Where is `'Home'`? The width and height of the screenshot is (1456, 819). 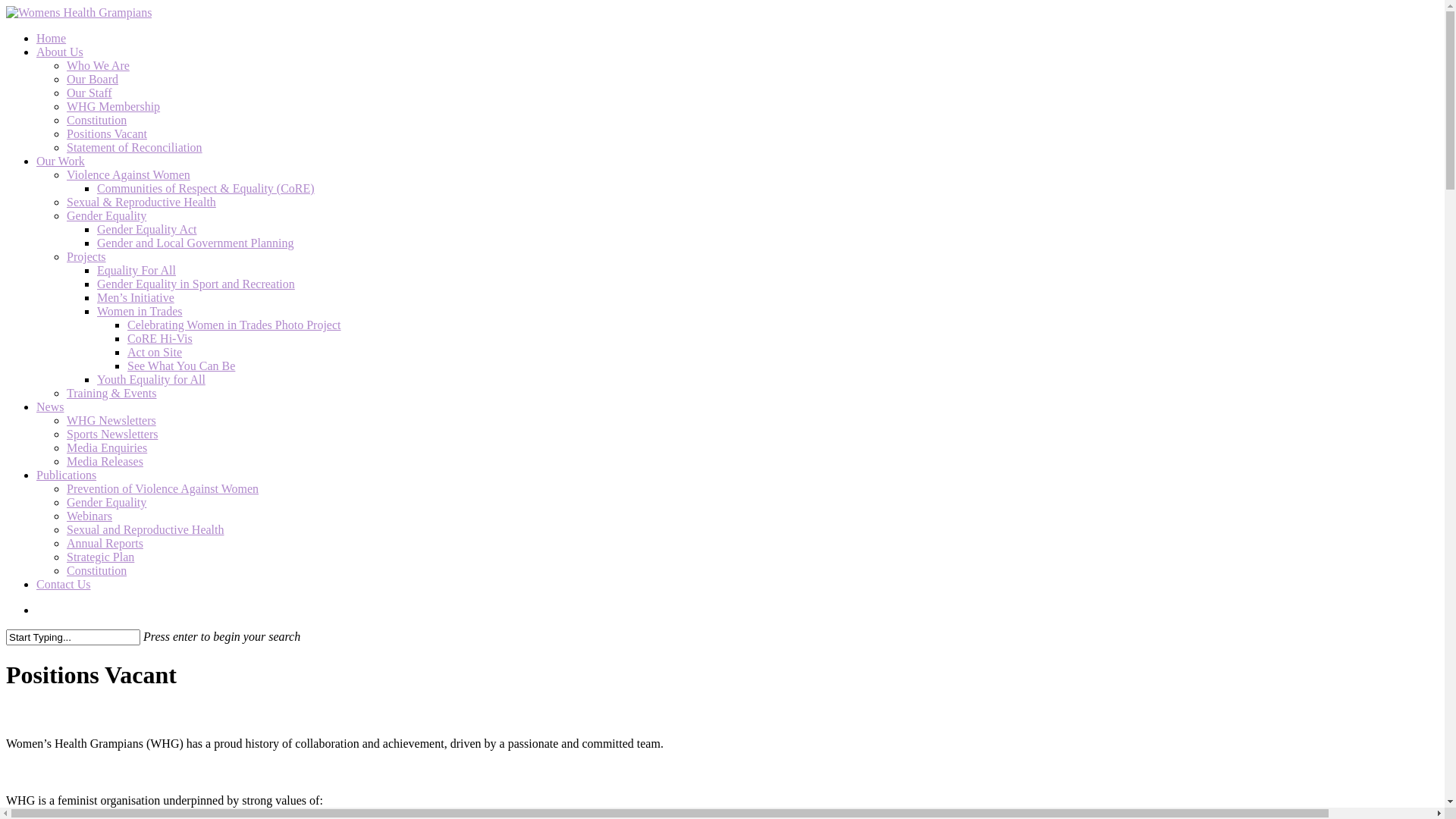 'Home' is located at coordinates (51, 37).